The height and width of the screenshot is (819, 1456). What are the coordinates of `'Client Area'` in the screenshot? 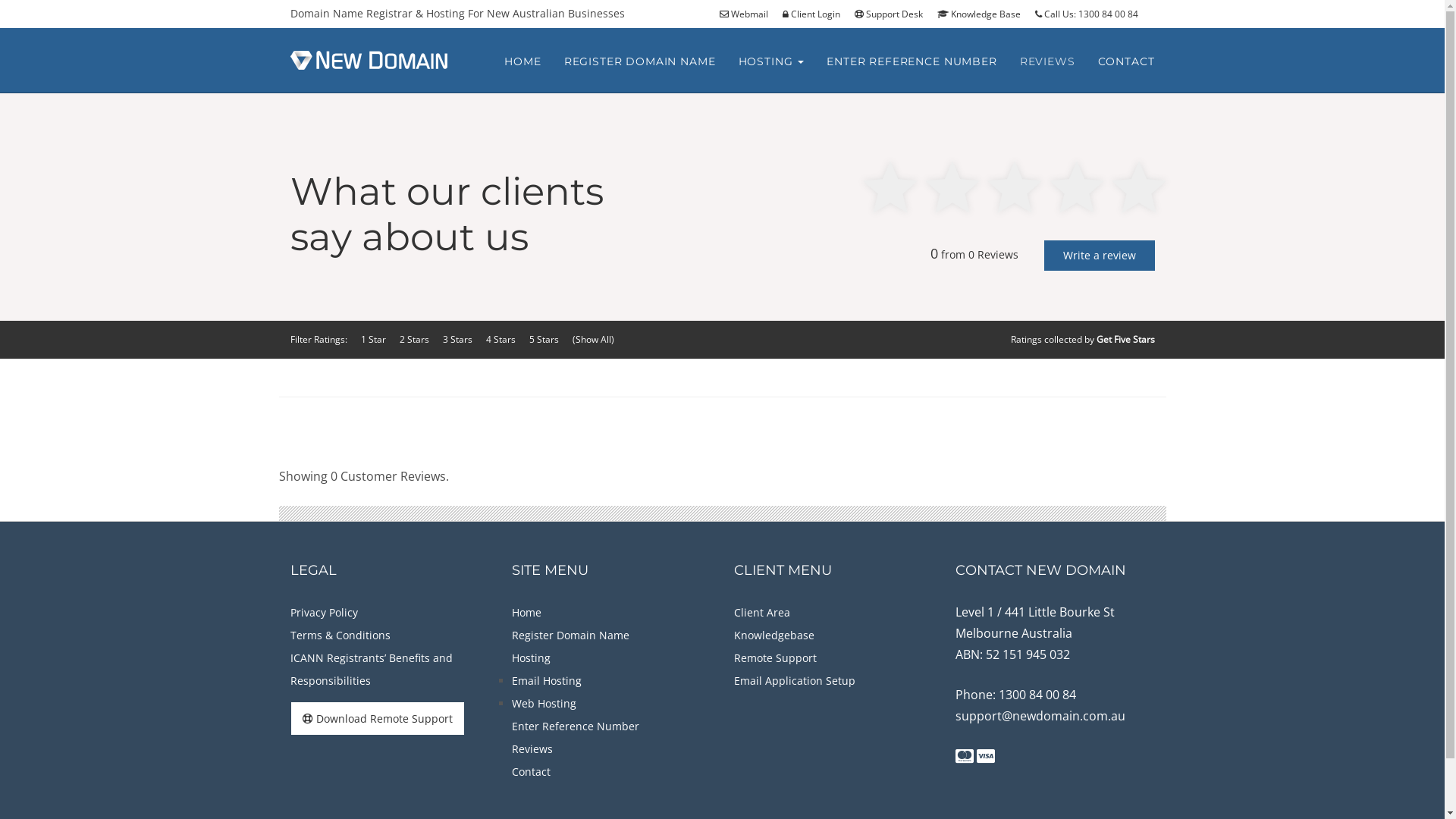 It's located at (761, 611).